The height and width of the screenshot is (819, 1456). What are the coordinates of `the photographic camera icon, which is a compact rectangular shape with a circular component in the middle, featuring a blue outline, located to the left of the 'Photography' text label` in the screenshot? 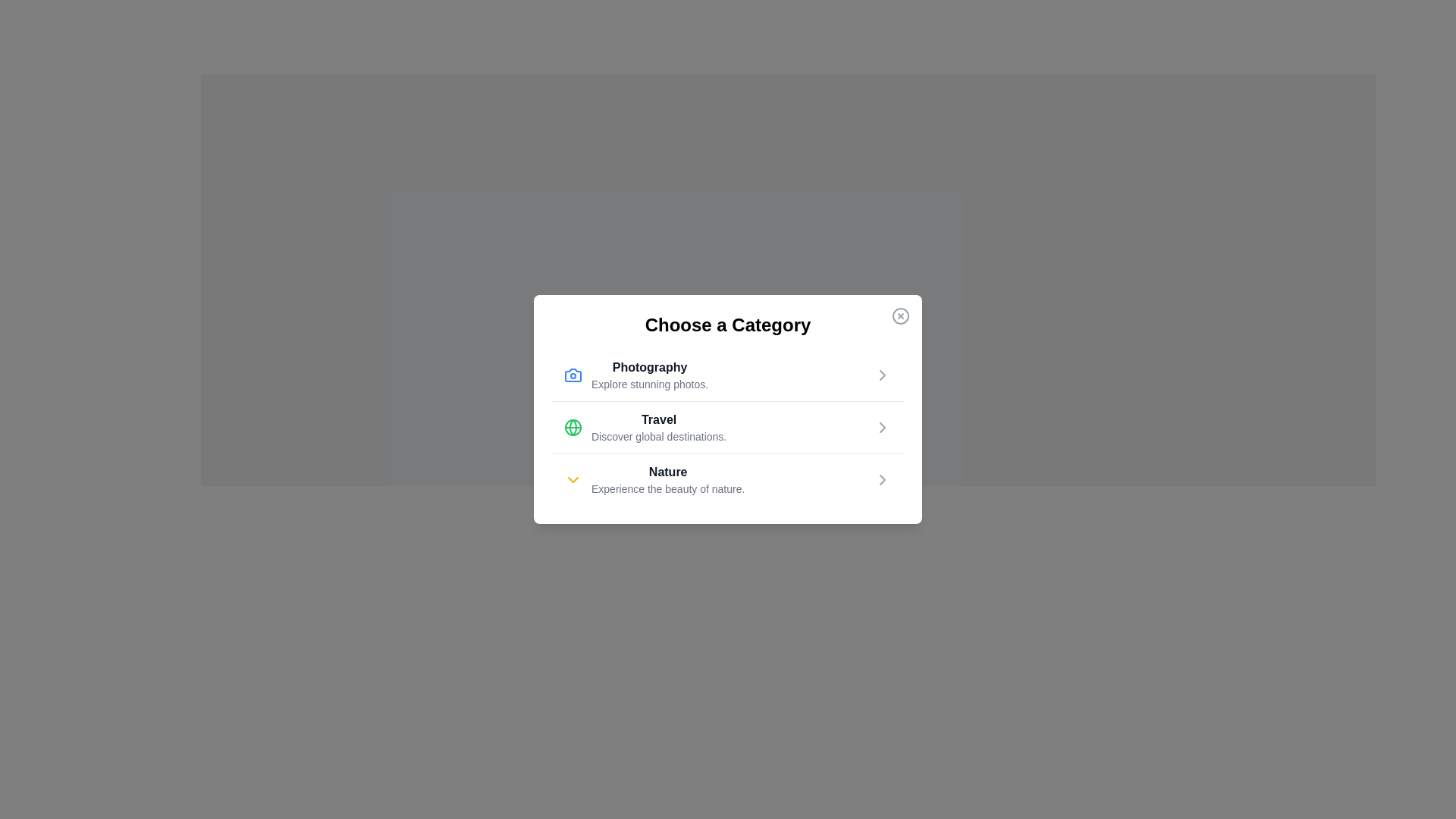 It's located at (572, 375).